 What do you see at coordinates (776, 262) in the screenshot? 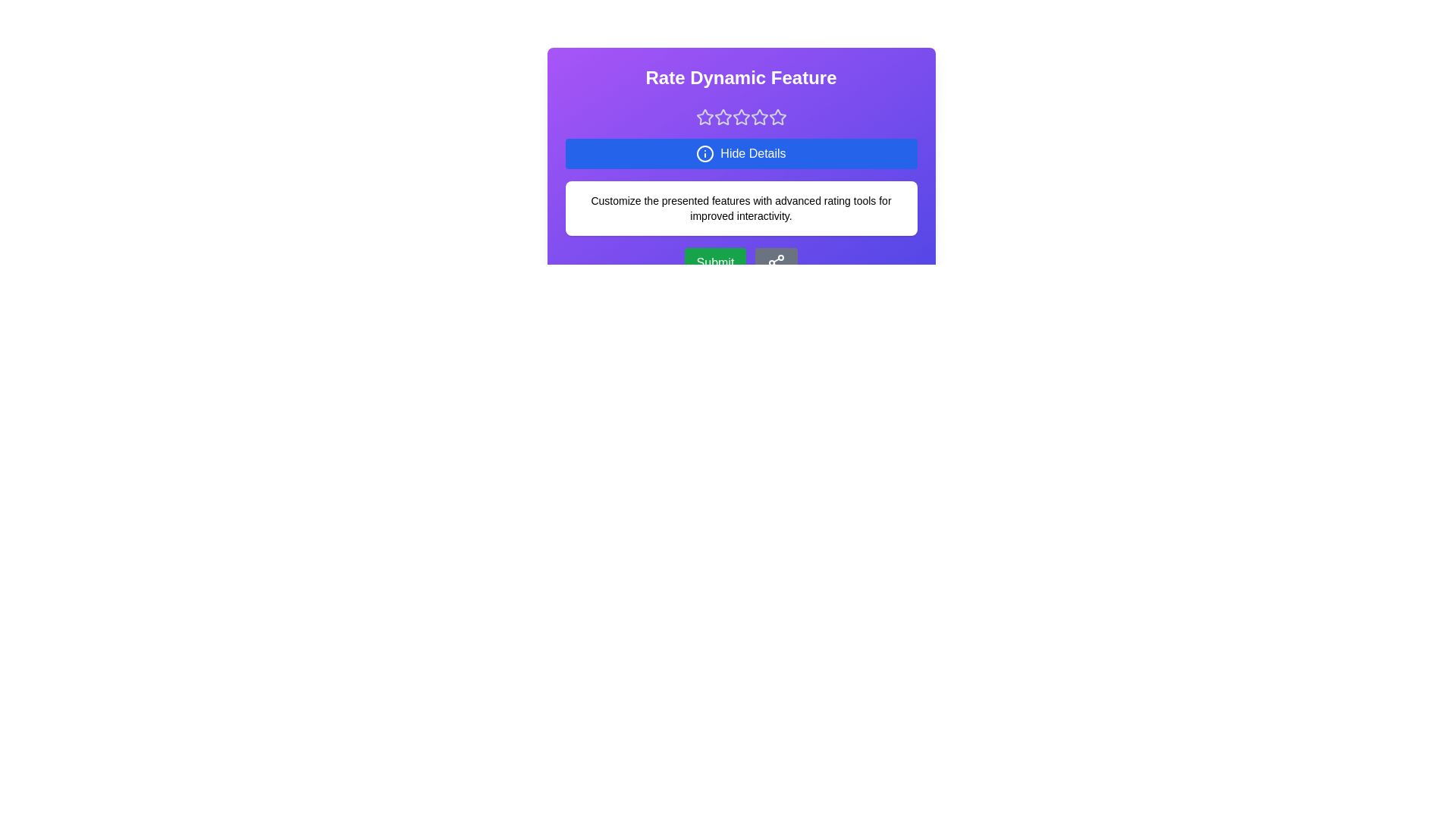
I see `share icon button to share the rating` at bounding box center [776, 262].